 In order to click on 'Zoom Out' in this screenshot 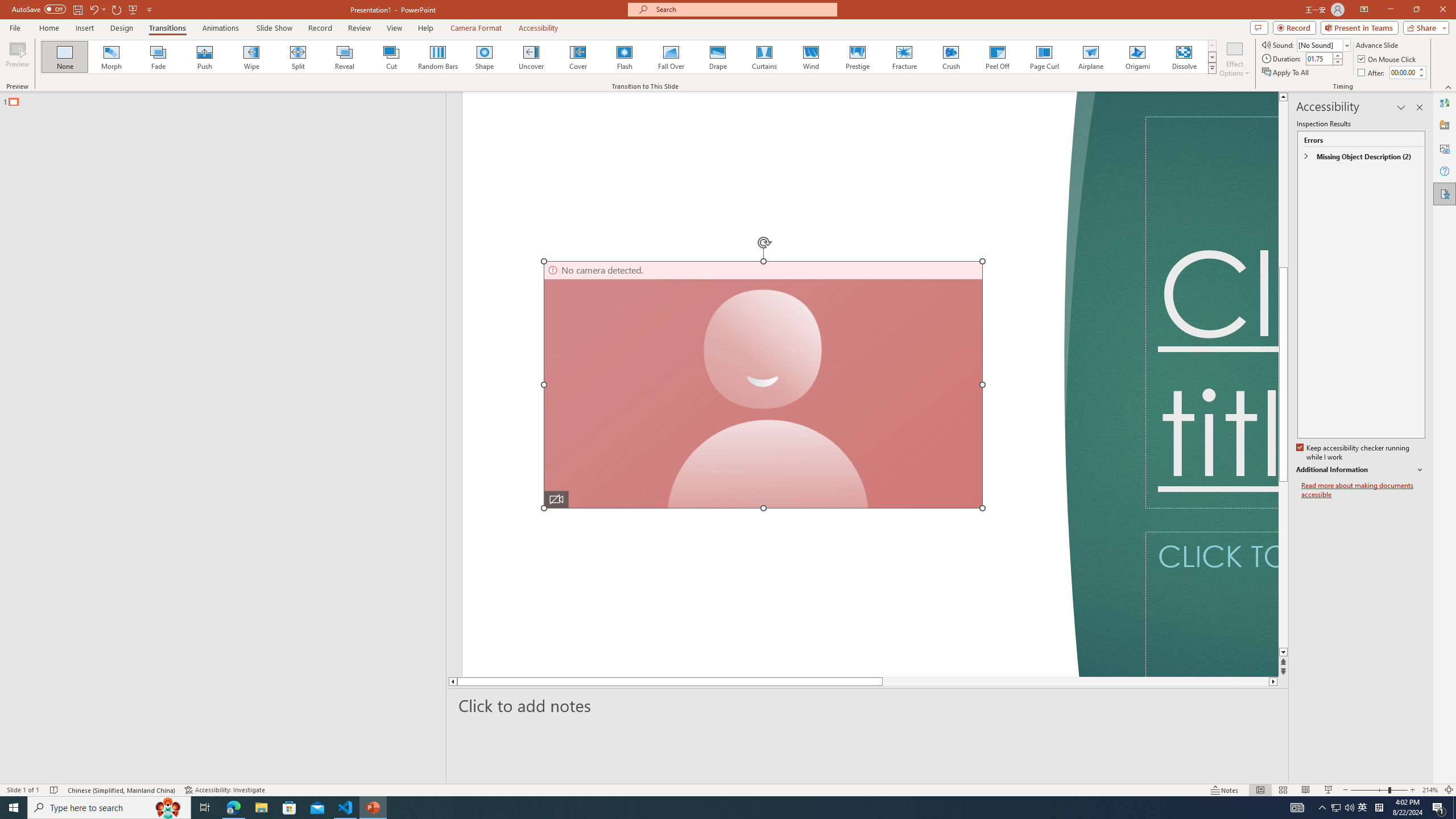, I will do `click(1370, 790)`.